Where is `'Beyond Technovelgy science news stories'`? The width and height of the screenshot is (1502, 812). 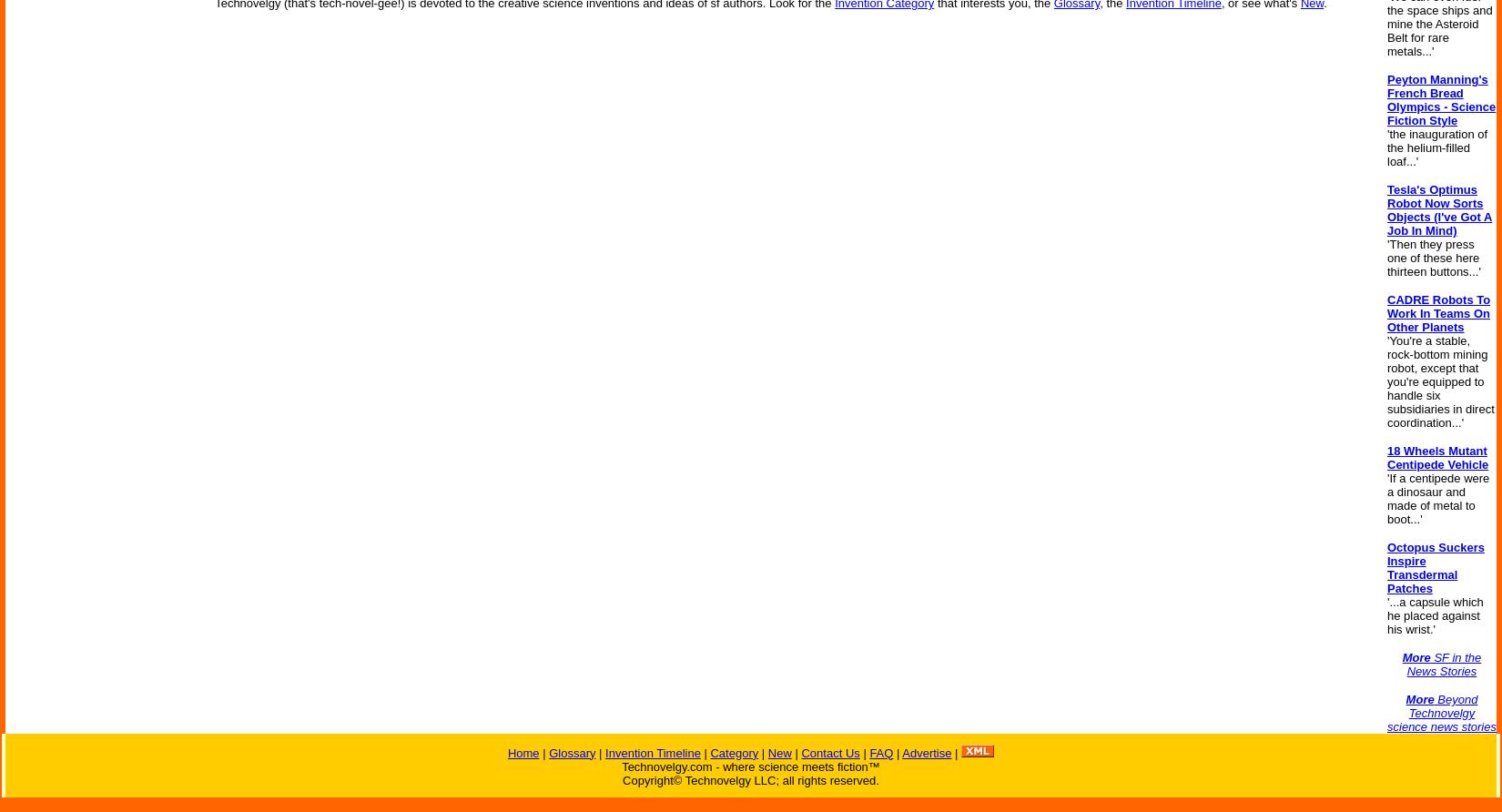
'Beyond Technovelgy science news stories' is located at coordinates (1440, 712).